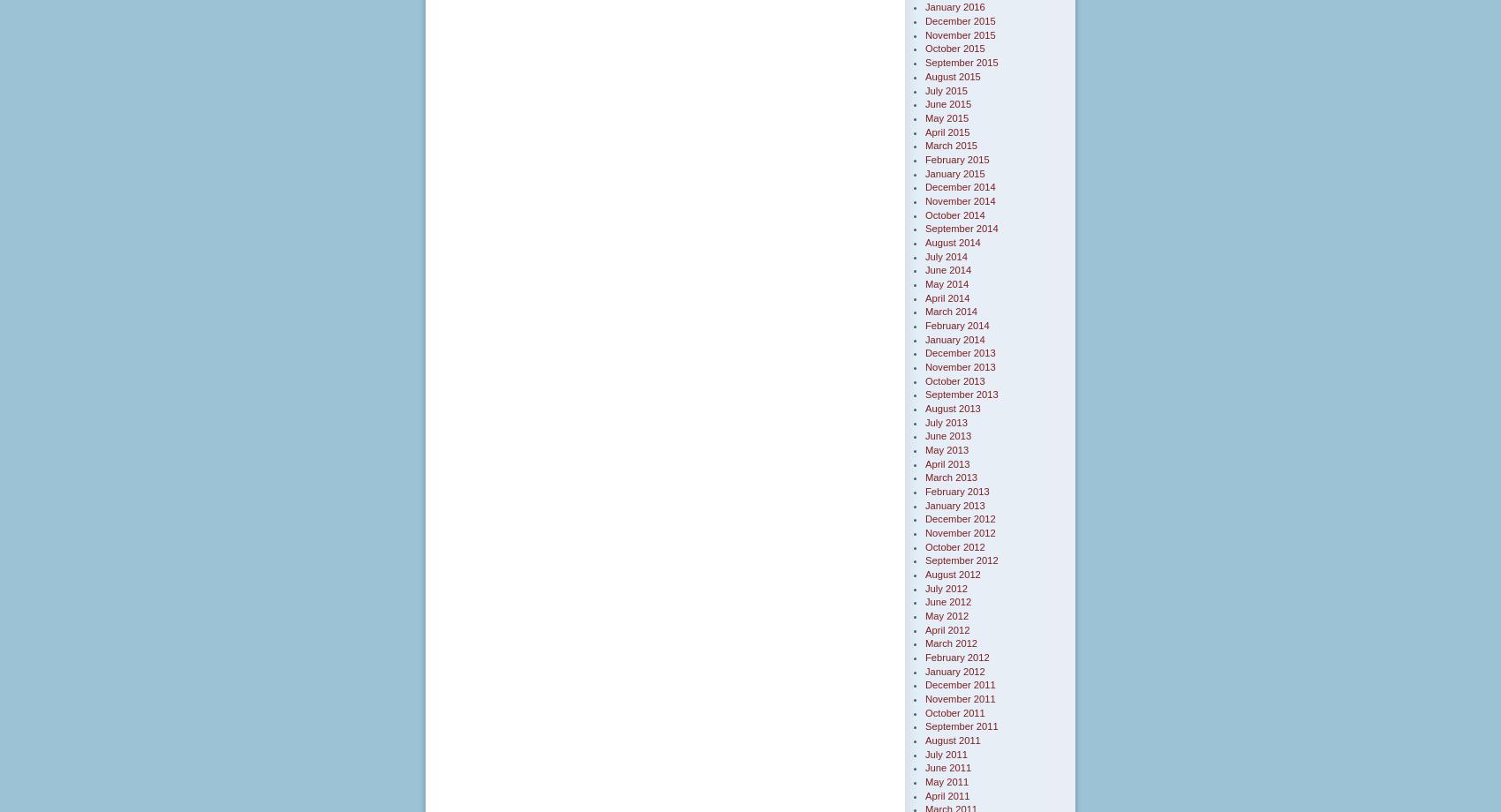  Describe the element at coordinates (952, 573) in the screenshot. I see `'August 2012'` at that location.